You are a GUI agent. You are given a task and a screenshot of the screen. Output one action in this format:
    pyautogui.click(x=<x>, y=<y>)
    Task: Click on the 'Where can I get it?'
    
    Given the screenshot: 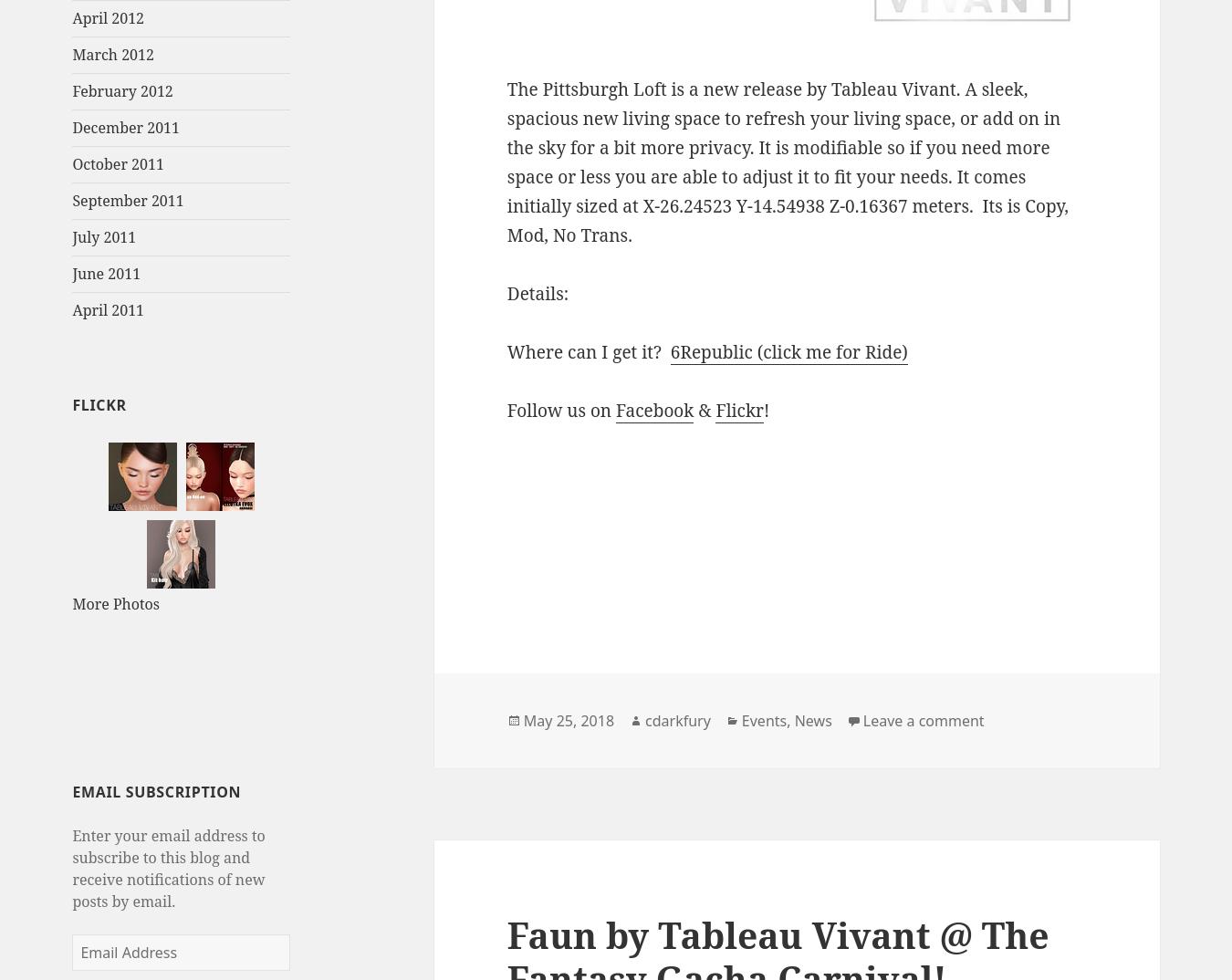 What is the action you would take?
    pyautogui.click(x=588, y=351)
    